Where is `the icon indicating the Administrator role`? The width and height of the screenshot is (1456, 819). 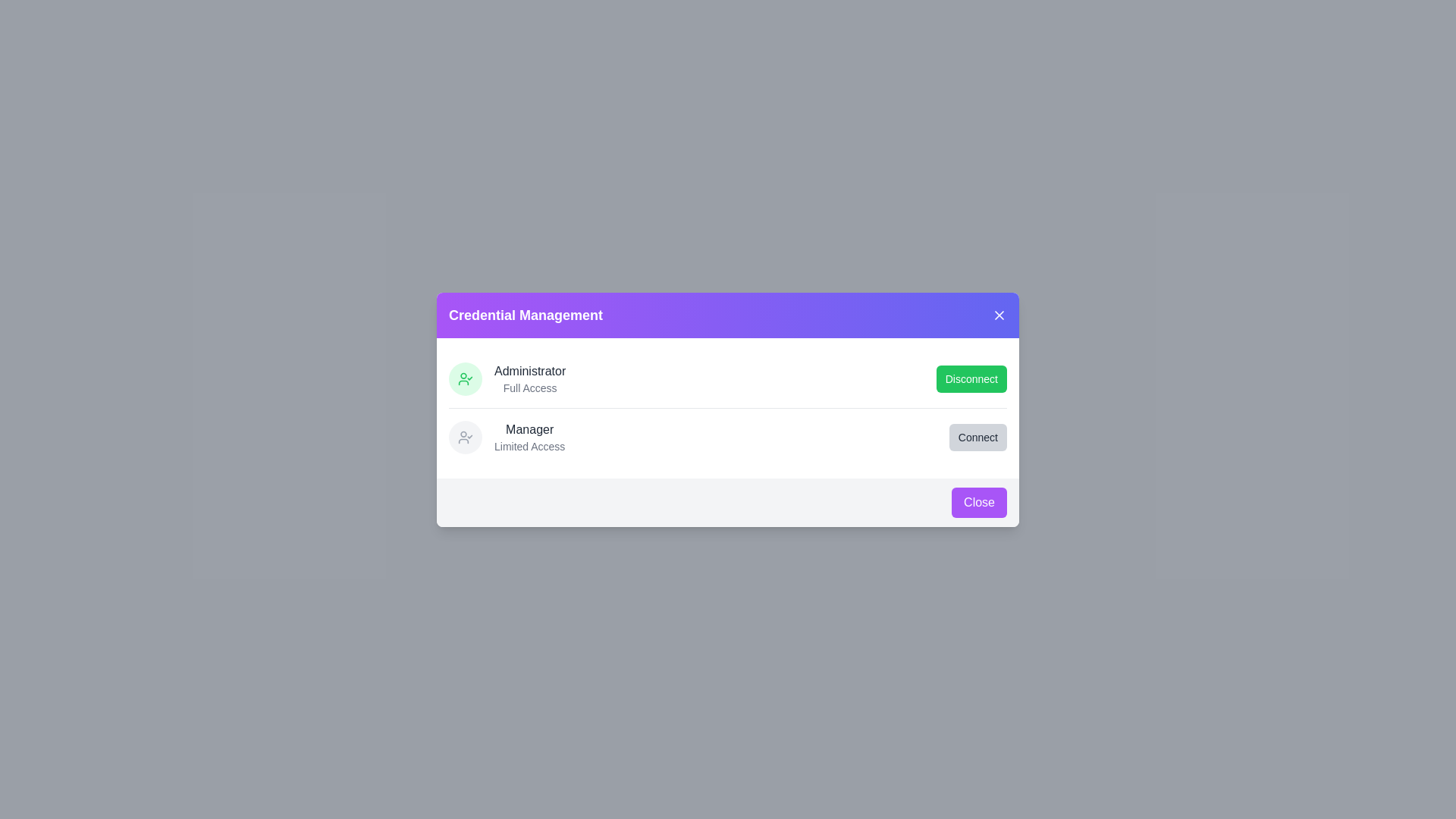 the icon indicating the Administrator role is located at coordinates (465, 377).